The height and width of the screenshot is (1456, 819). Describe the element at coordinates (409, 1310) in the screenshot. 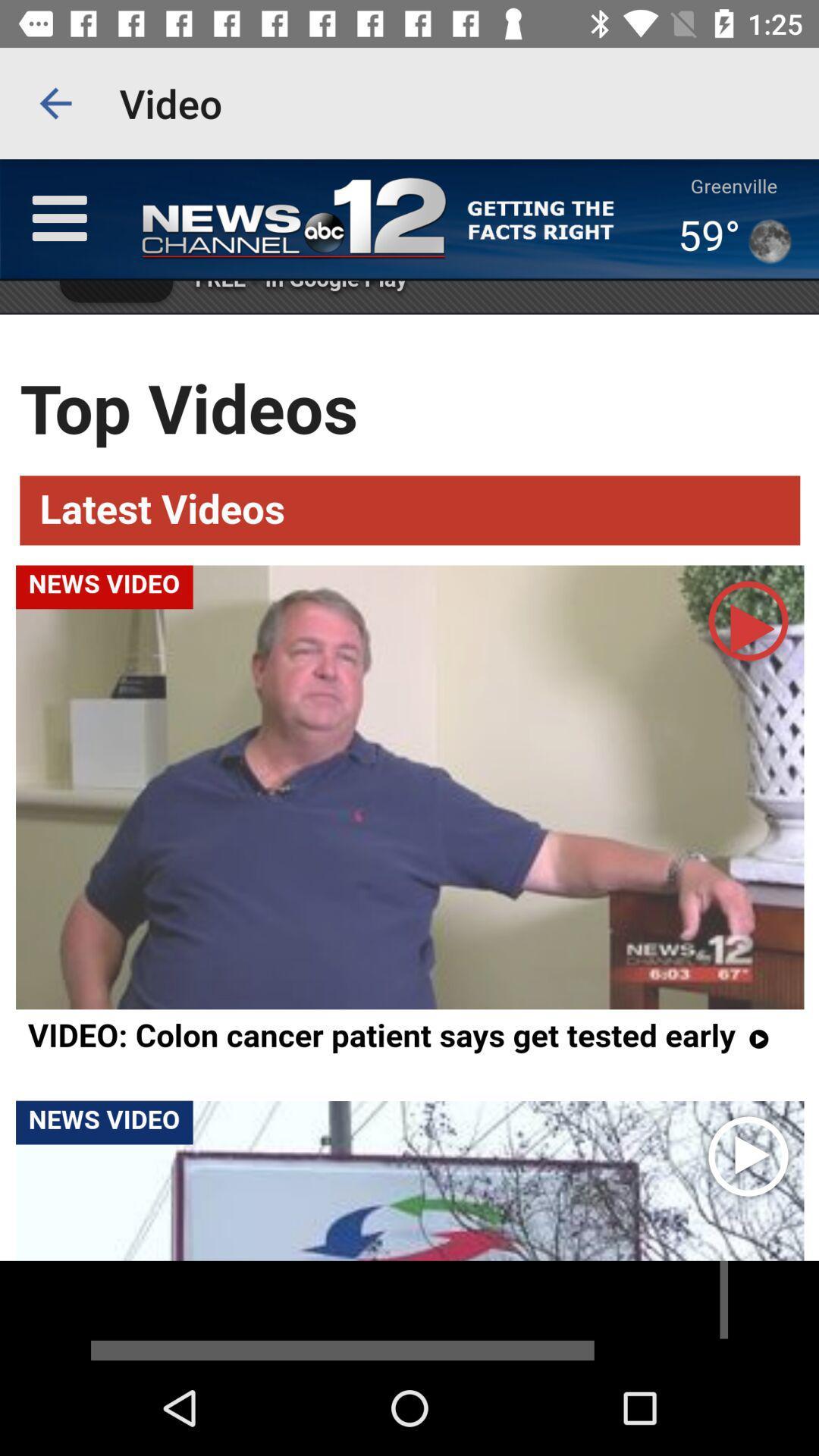

I see `advertisement` at that location.